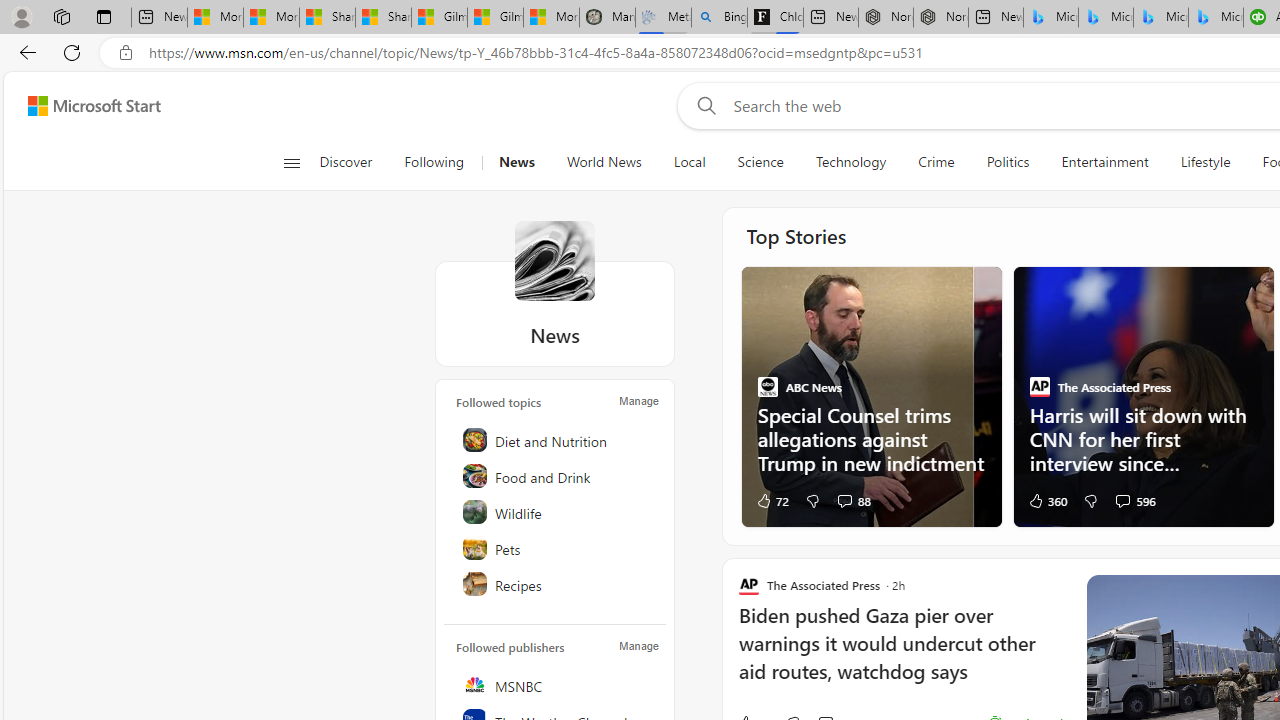  Describe the element at coordinates (496, 17) in the screenshot. I see `'Gilma and Hector both pose tropical trouble for Hawaii'` at that location.